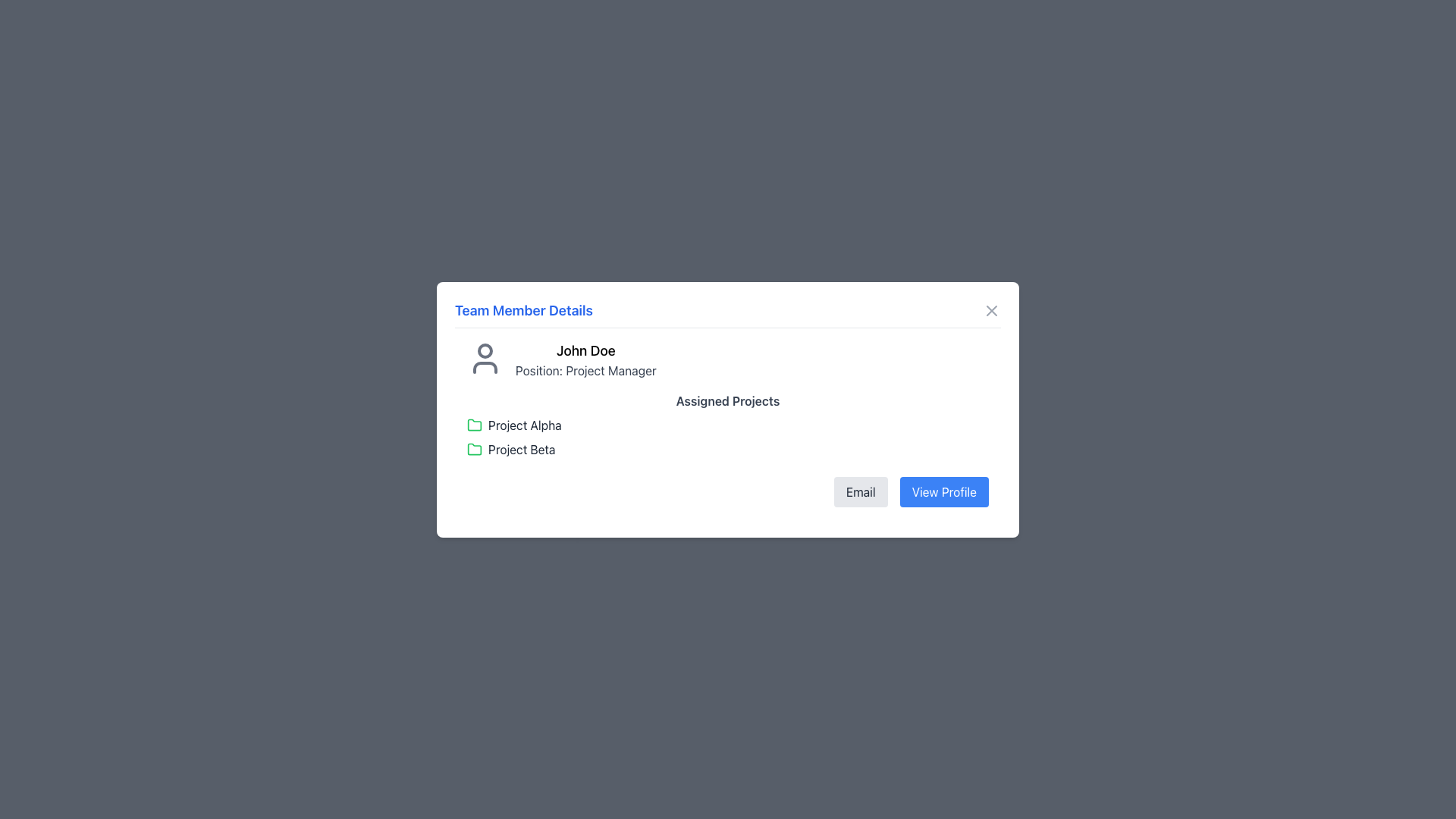  I want to click on the small gray close button (styled as an 'X') located in the top right corner of the modal header bar, to the right of 'Team Member Details', to initiate the close action, so click(992, 309).